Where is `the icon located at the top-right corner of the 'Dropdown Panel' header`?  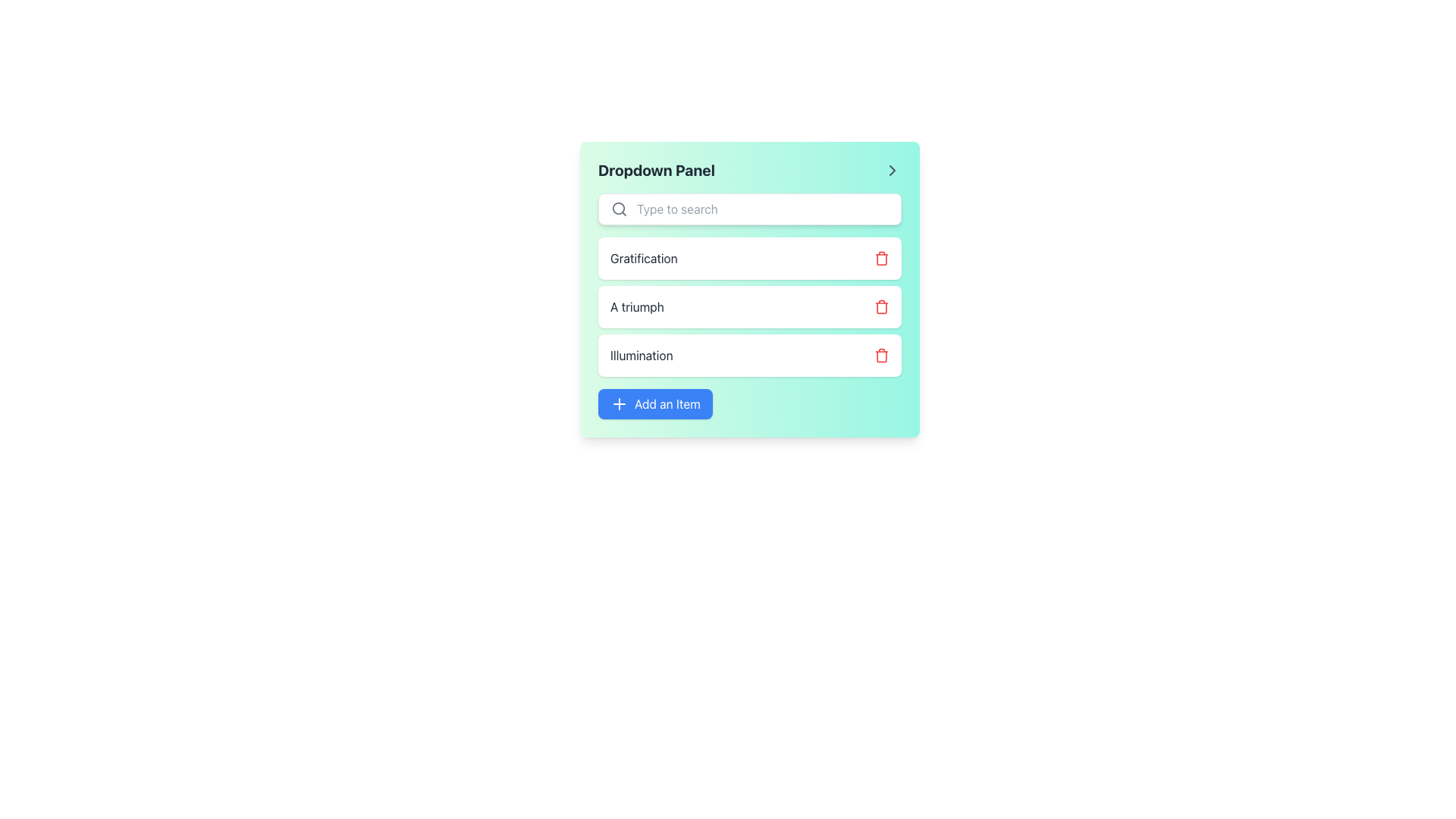 the icon located at the top-right corner of the 'Dropdown Panel' header is located at coordinates (892, 170).